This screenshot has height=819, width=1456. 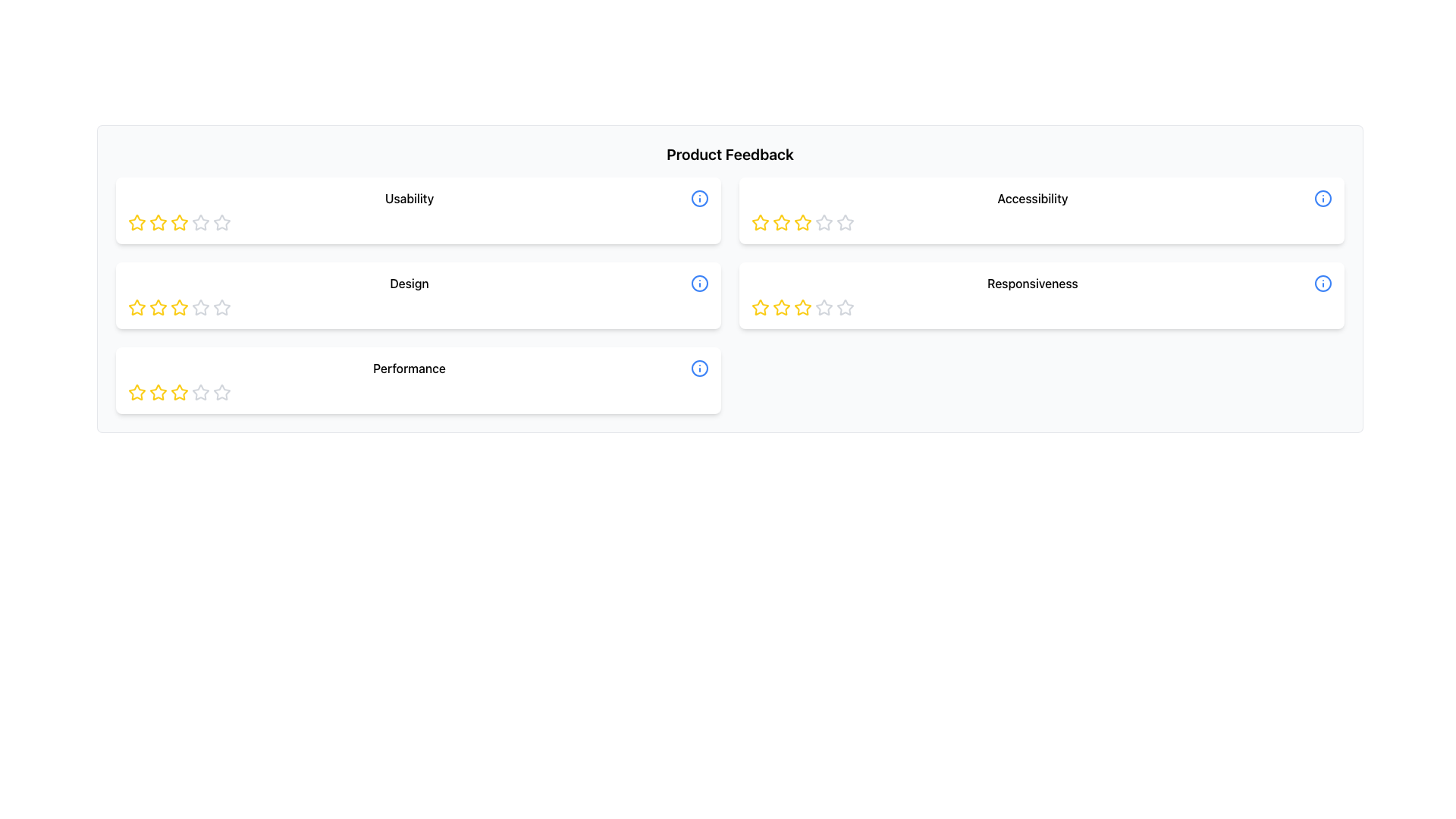 What do you see at coordinates (179, 222) in the screenshot?
I see `the second yellow star icon in the 'Usability' rating row of the 'Product Feedback' section` at bounding box center [179, 222].